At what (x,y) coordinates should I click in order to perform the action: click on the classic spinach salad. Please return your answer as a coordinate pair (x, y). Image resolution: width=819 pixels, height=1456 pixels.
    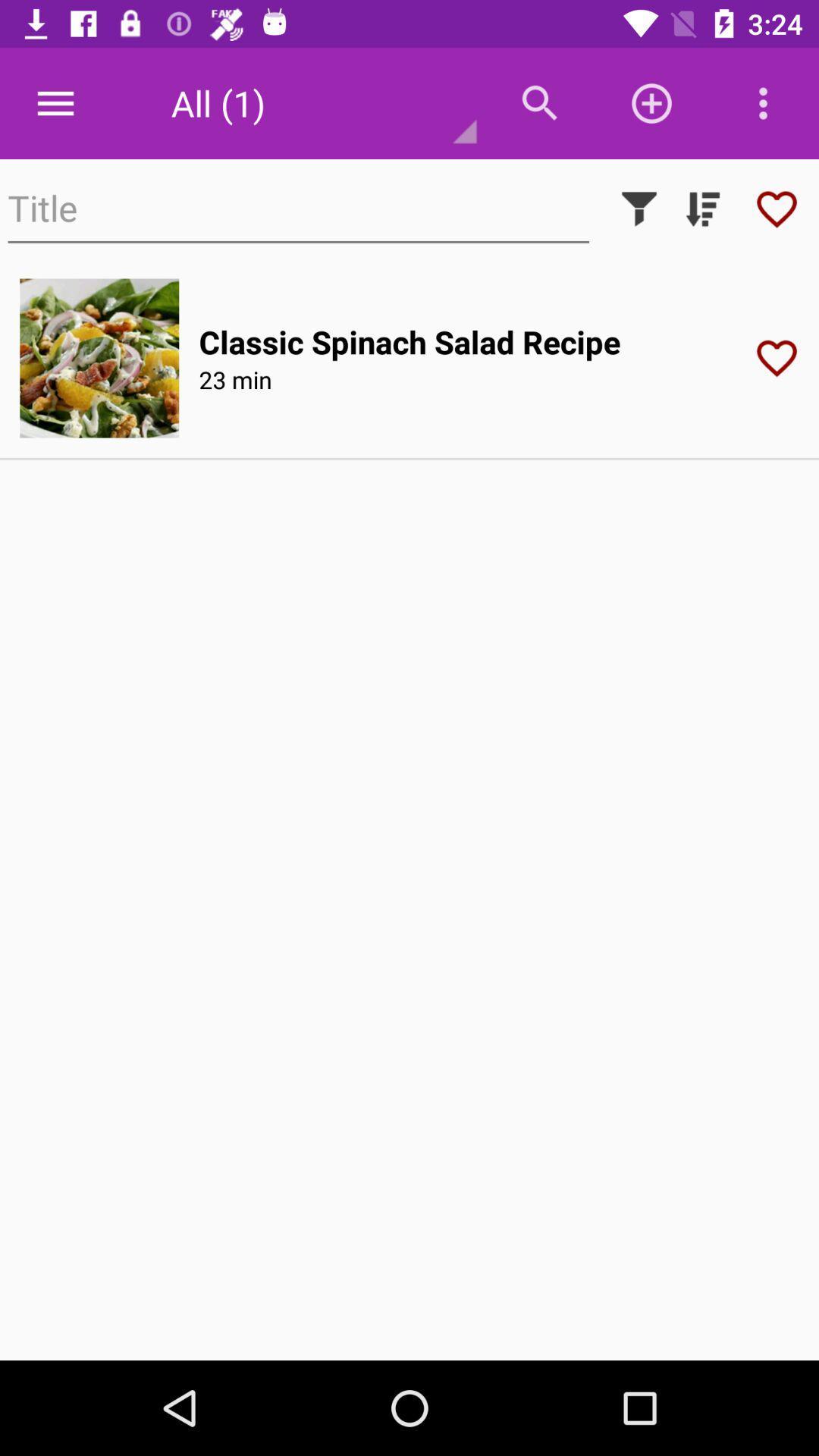
    Looking at the image, I should click on (409, 340).